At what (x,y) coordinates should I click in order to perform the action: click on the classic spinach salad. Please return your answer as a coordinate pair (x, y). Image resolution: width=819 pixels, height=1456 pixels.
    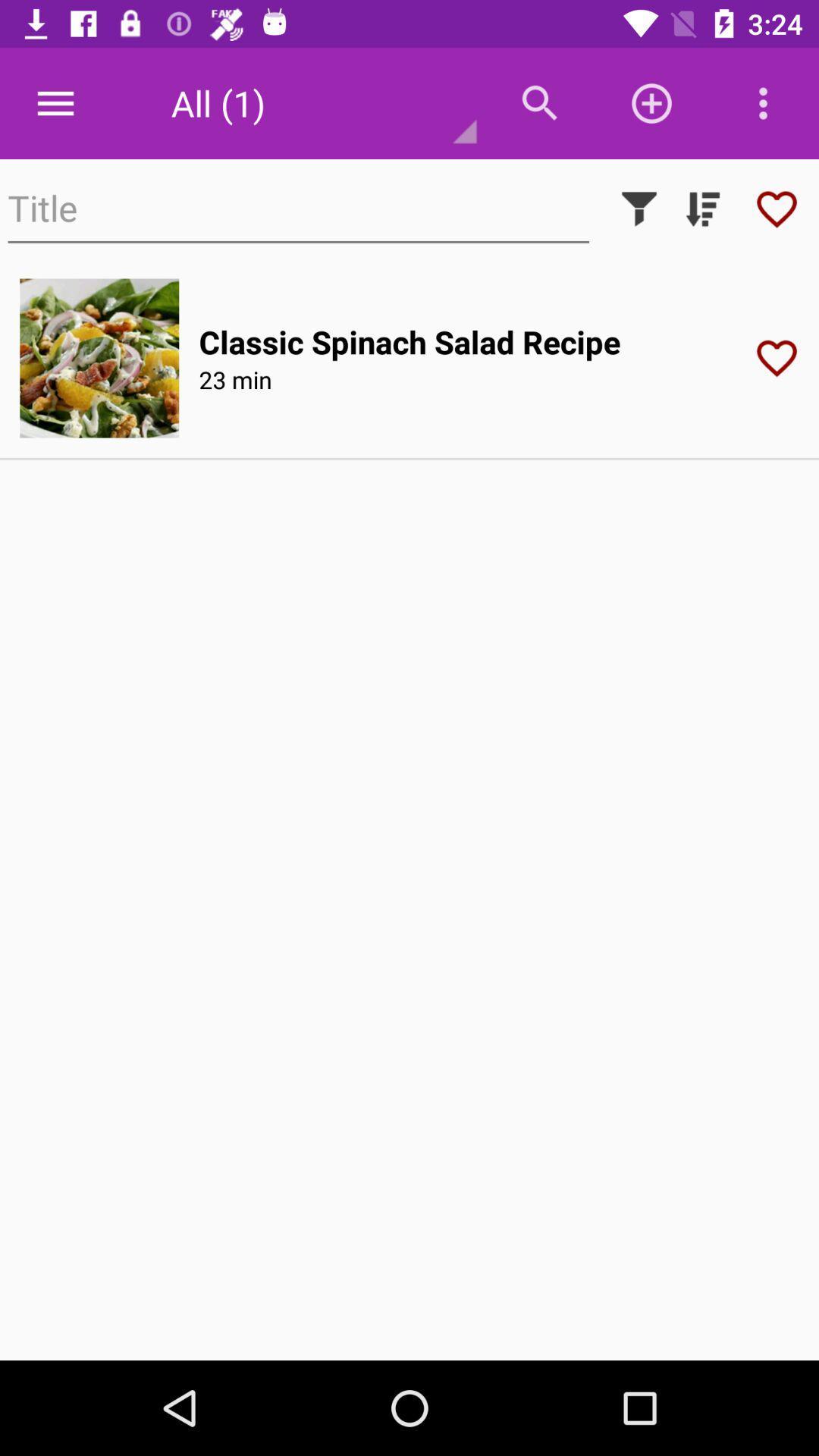
    Looking at the image, I should click on (409, 340).